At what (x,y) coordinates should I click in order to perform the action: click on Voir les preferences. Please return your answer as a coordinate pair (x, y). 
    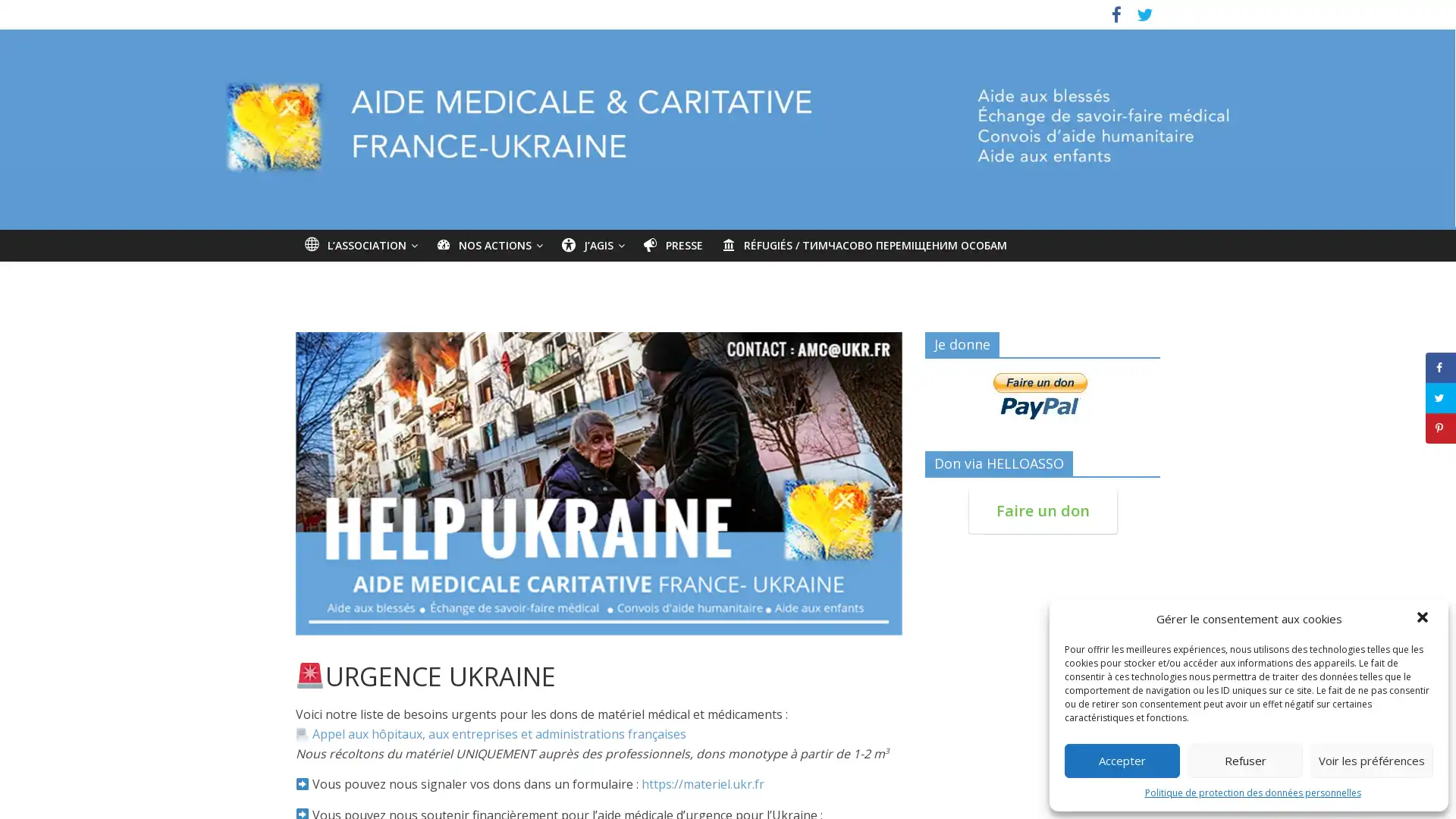
    Looking at the image, I should click on (1372, 760).